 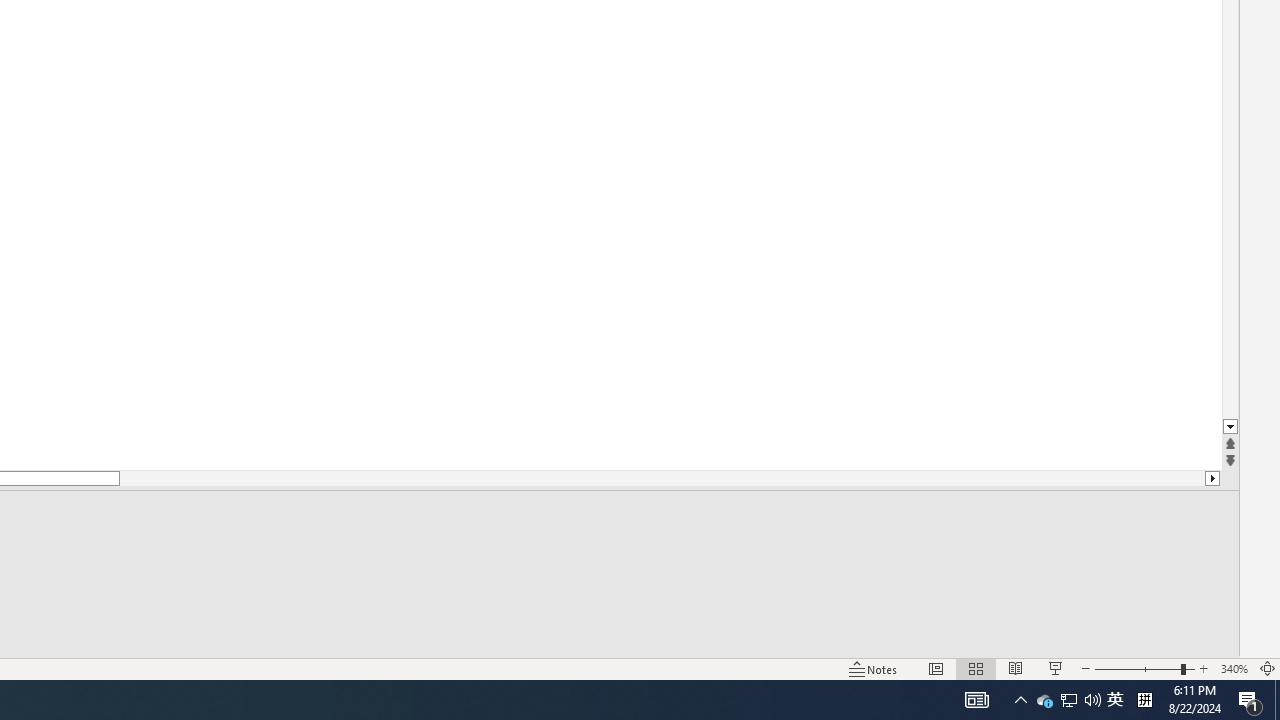 I want to click on 'Zoom 340%', so click(x=1233, y=669).